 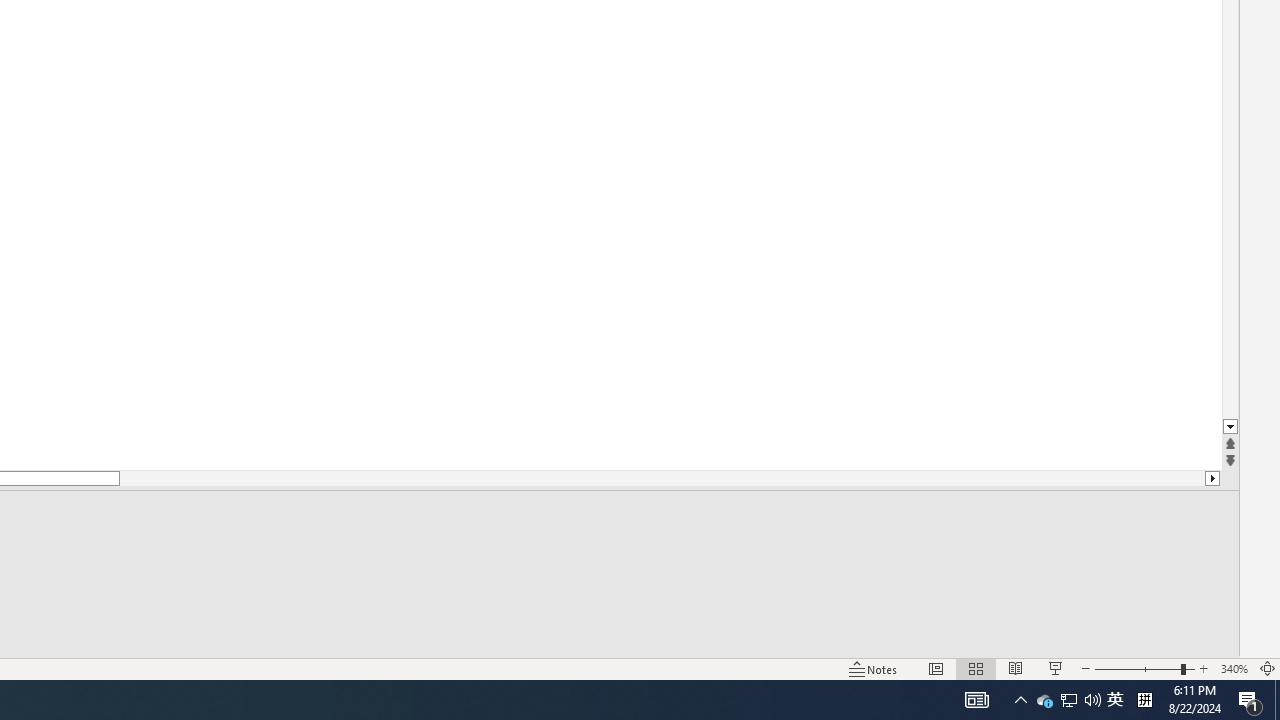 I want to click on 'Zoom 340%', so click(x=1233, y=669).